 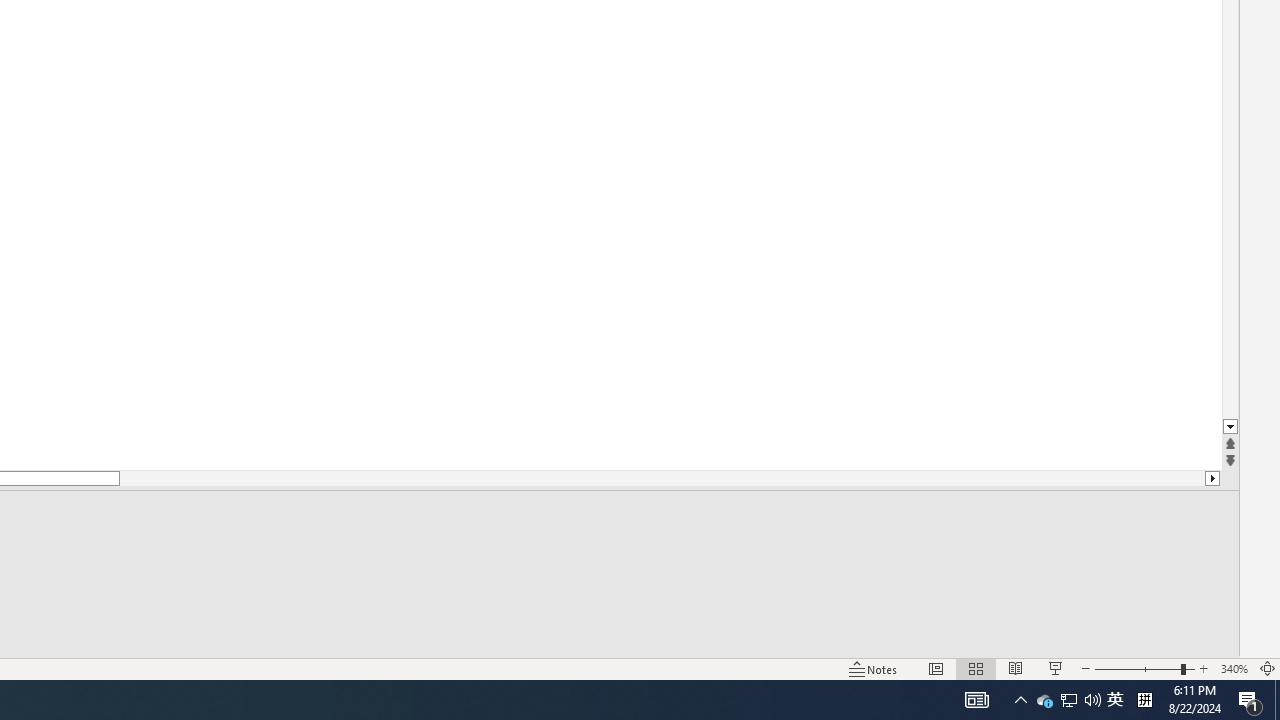 I want to click on 'Zoom 340%', so click(x=1233, y=669).